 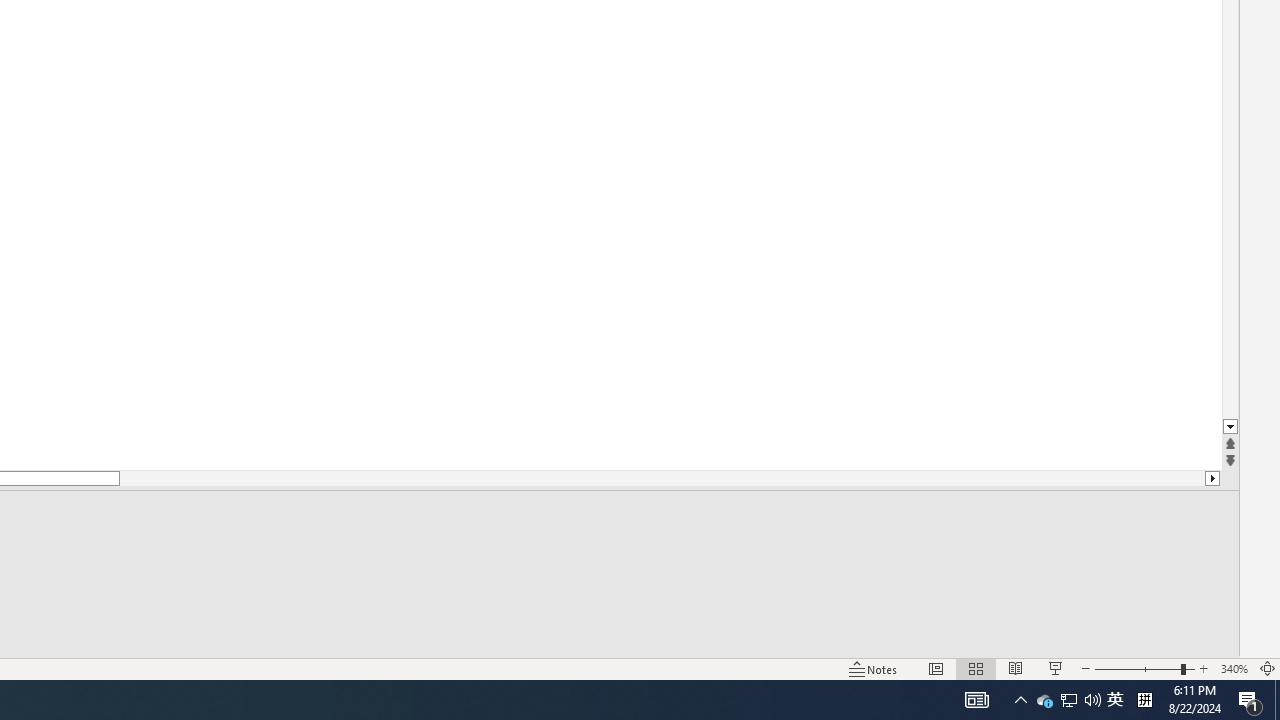 I want to click on 'Zoom 340%', so click(x=1233, y=669).